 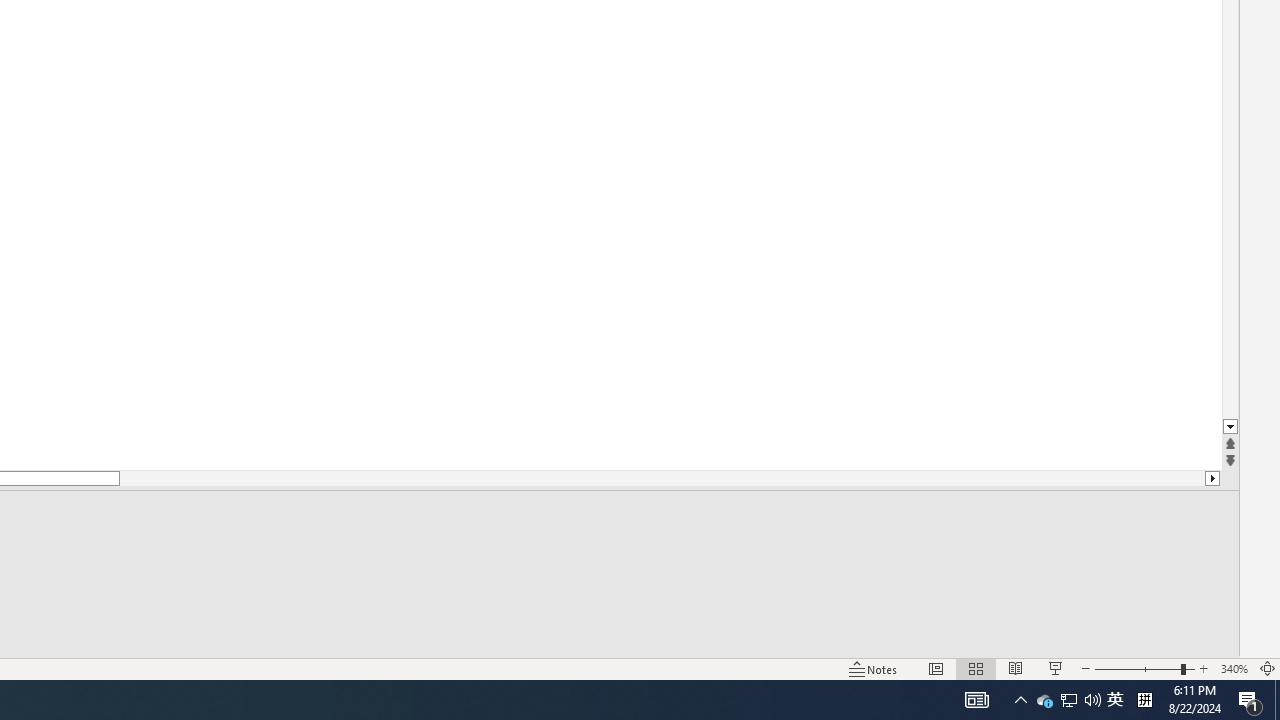 I want to click on 'Zoom 340%', so click(x=1233, y=669).